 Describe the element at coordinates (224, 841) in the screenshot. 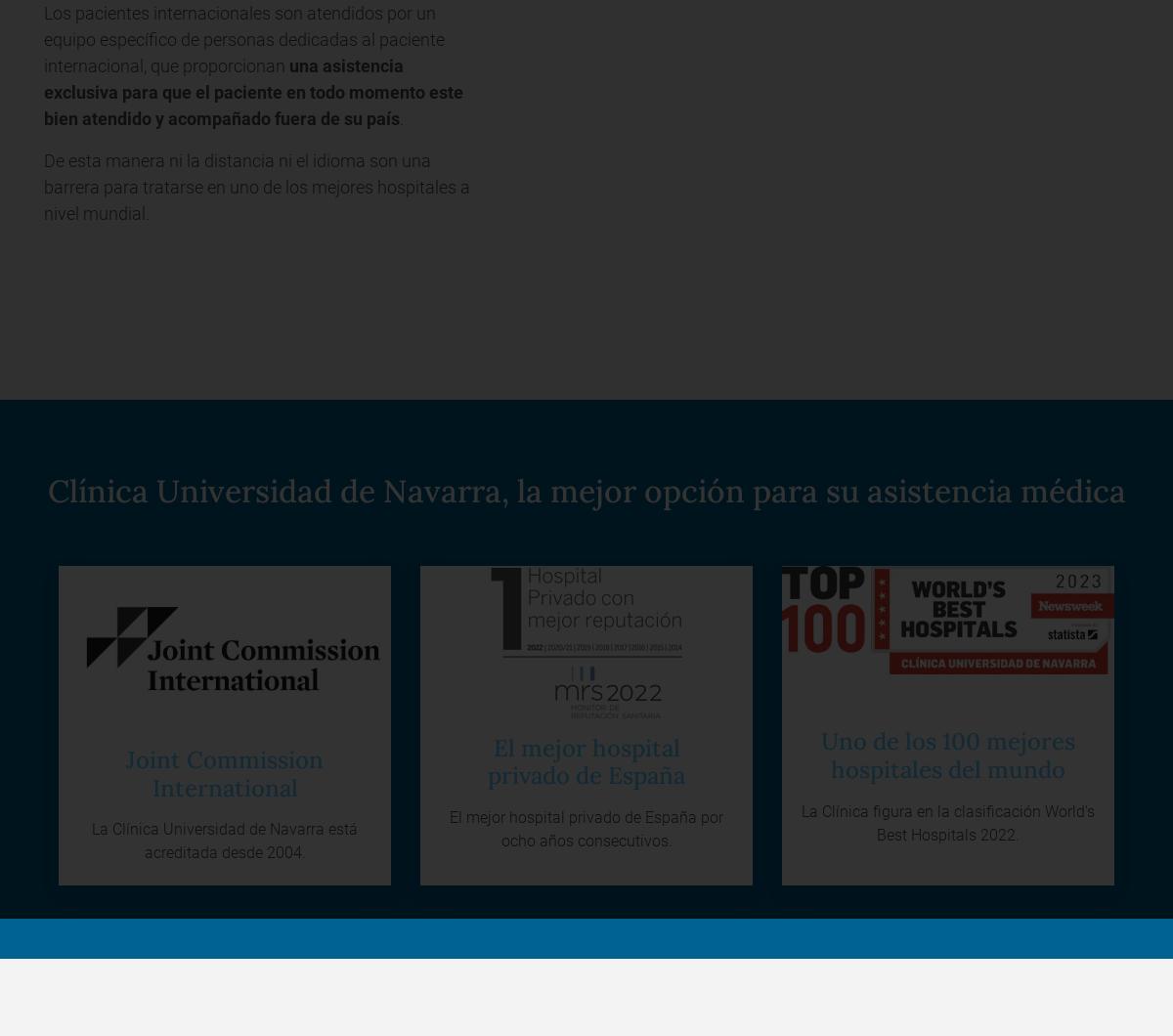

I see `'La Clínica Universidad de Navarra está acreditada desde 2004.'` at that location.